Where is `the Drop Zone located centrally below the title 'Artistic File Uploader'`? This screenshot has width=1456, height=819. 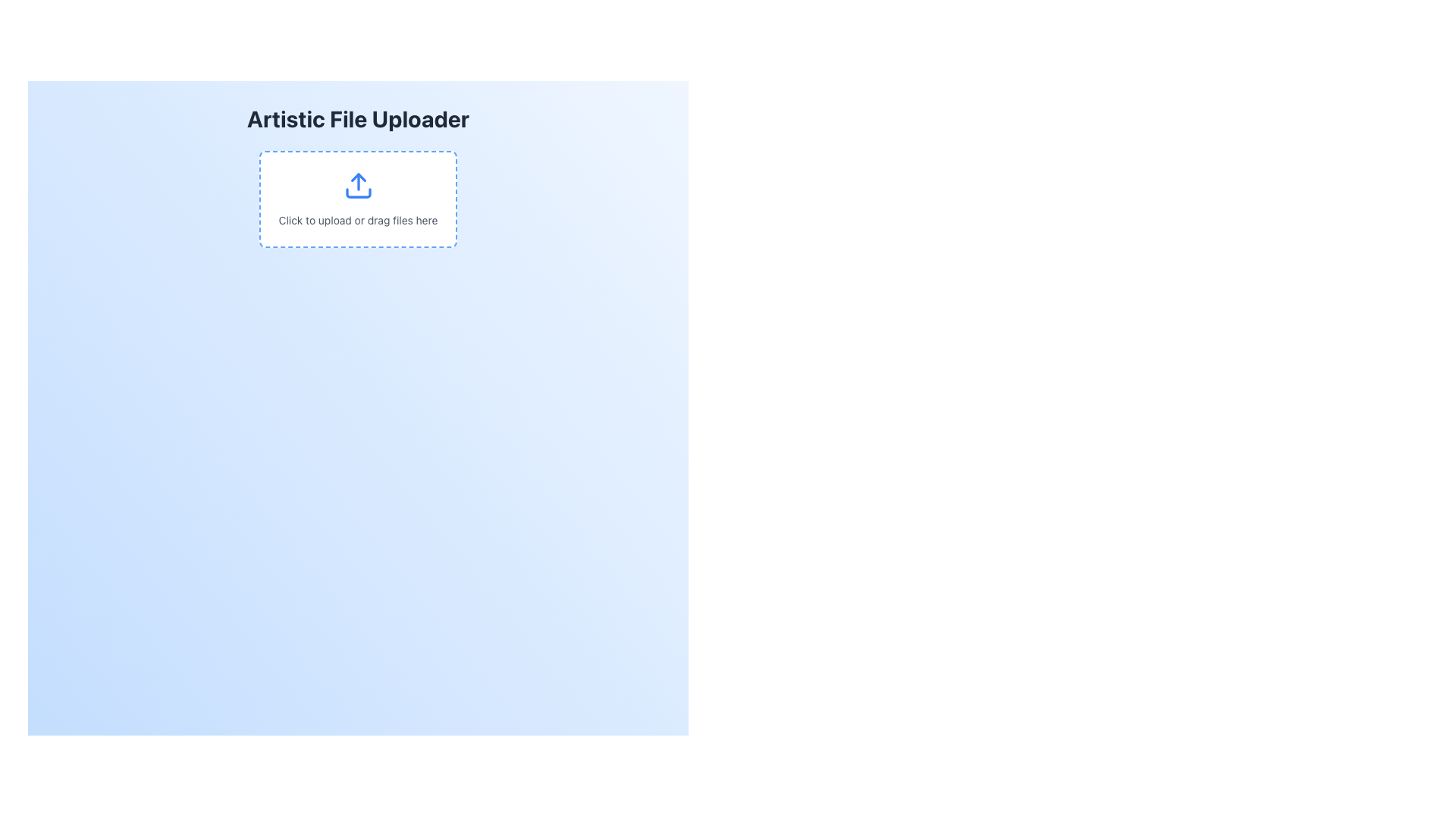
the Drop Zone located centrally below the title 'Artistic File Uploader' is located at coordinates (357, 198).